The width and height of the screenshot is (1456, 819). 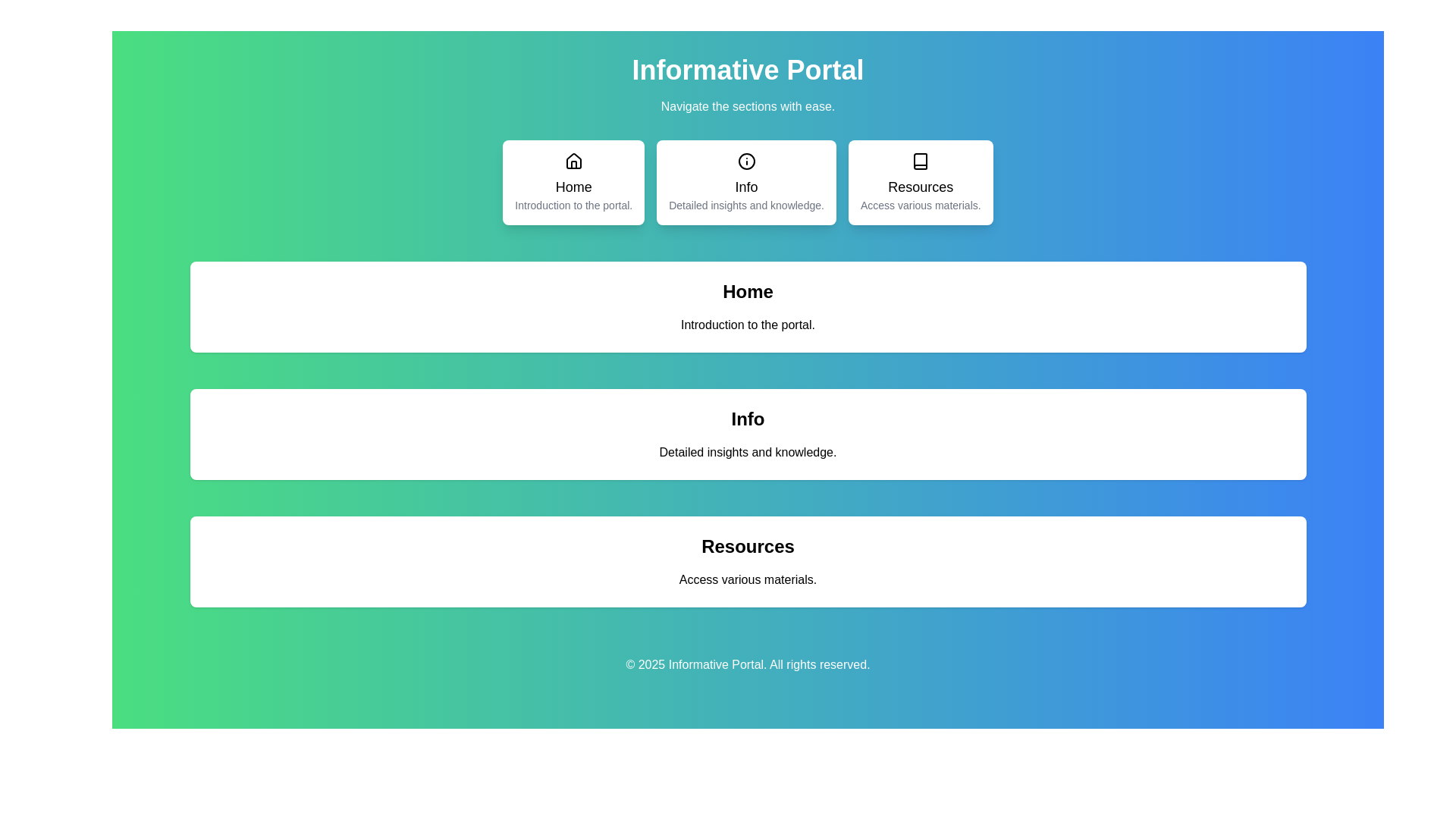 What do you see at coordinates (748, 547) in the screenshot?
I see `the text within the Heading element that serves as the title for the card, positioned at the center top of the card layout` at bounding box center [748, 547].